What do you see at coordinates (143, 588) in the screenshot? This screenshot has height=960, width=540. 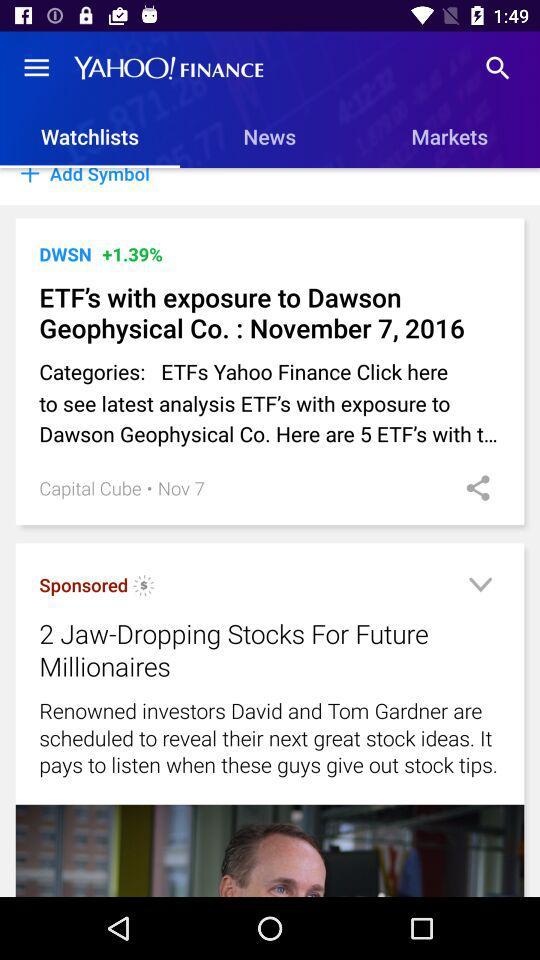 I see `icon below capital cube item` at bounding box center [143, 588].